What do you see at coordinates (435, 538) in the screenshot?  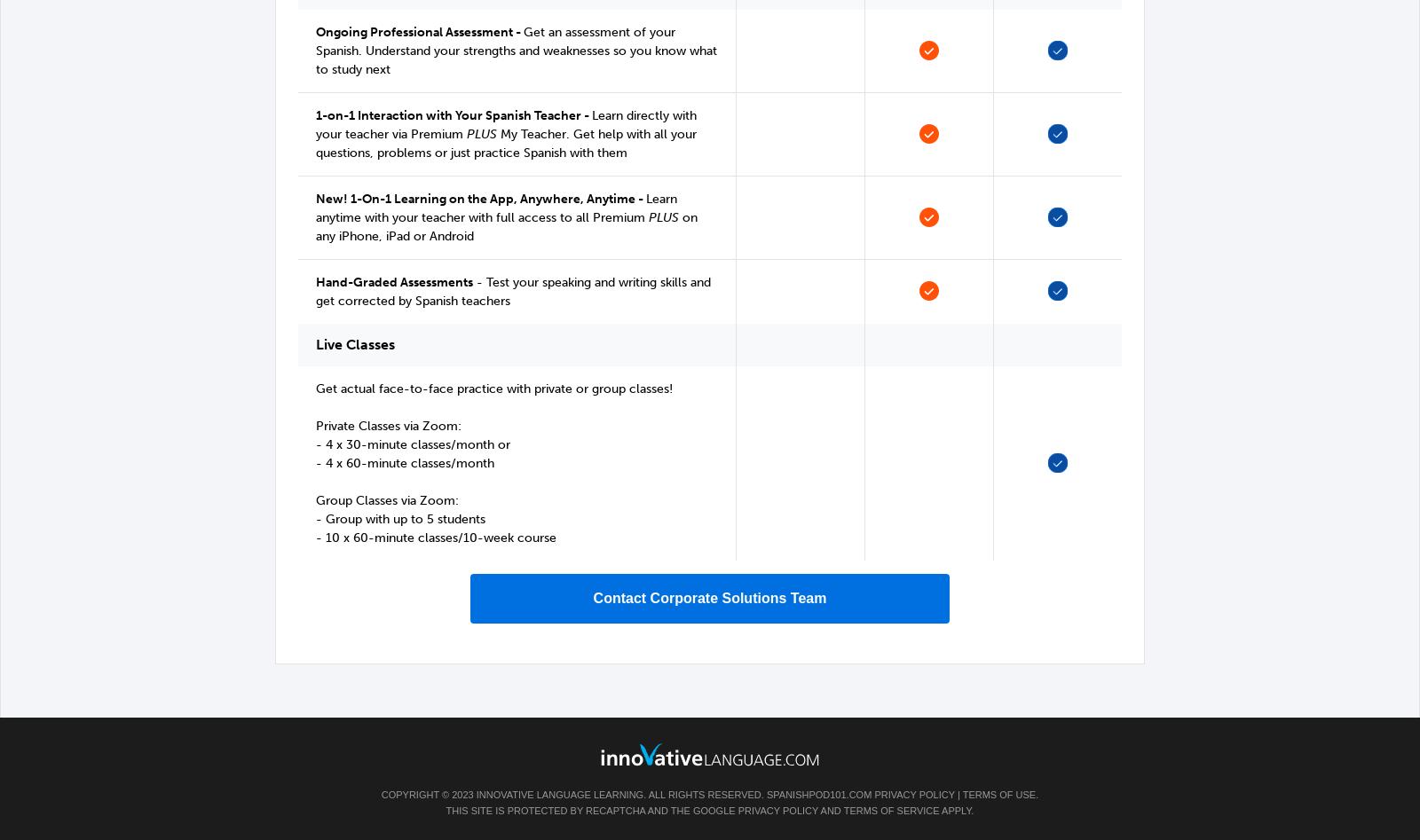 I see `'- 10 x 60-minute classes/10-week course'` at bounding box center [435, 538].